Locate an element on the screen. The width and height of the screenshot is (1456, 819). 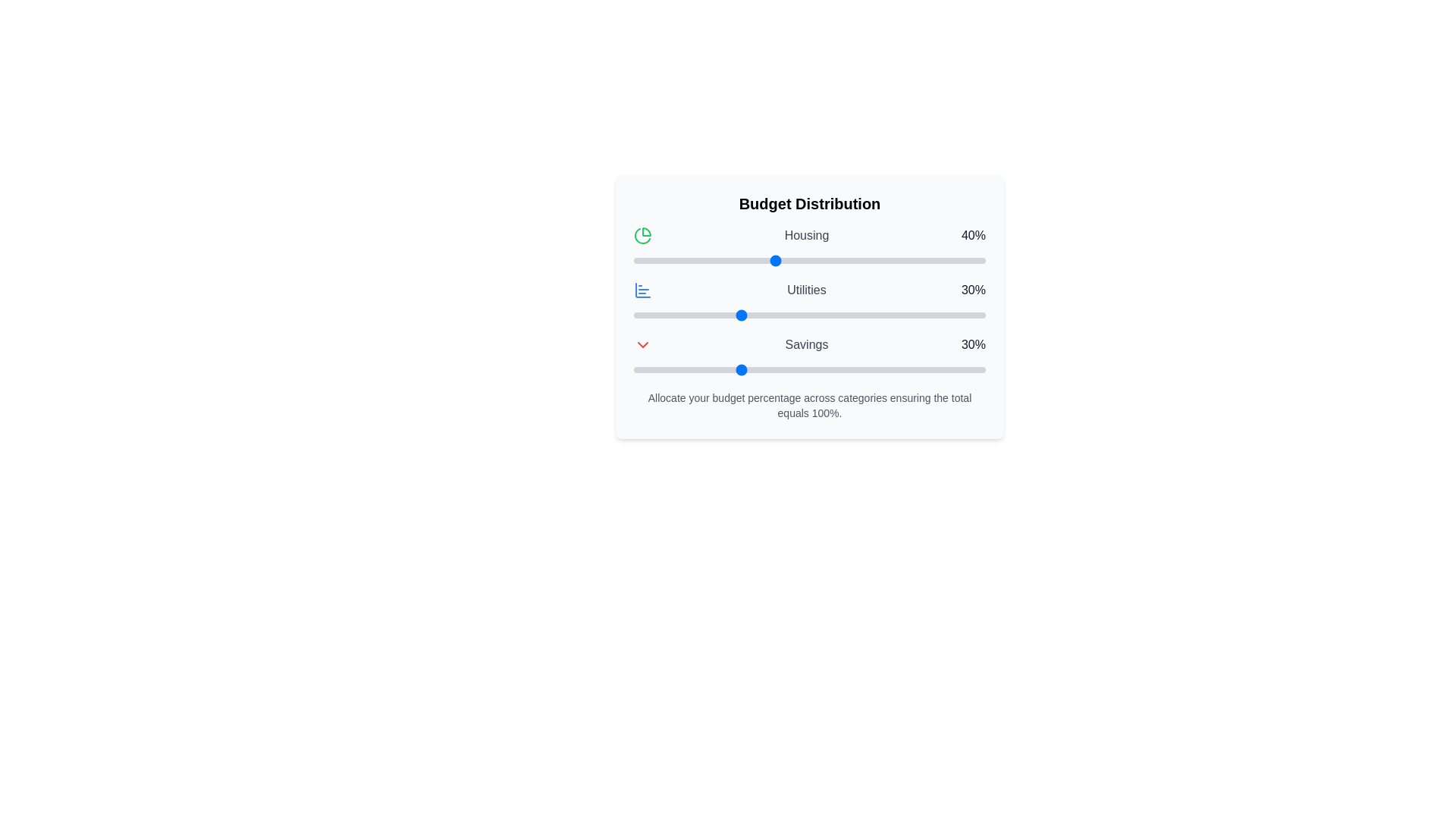
the Housing percentage slider is located at coordinates (921, 259).